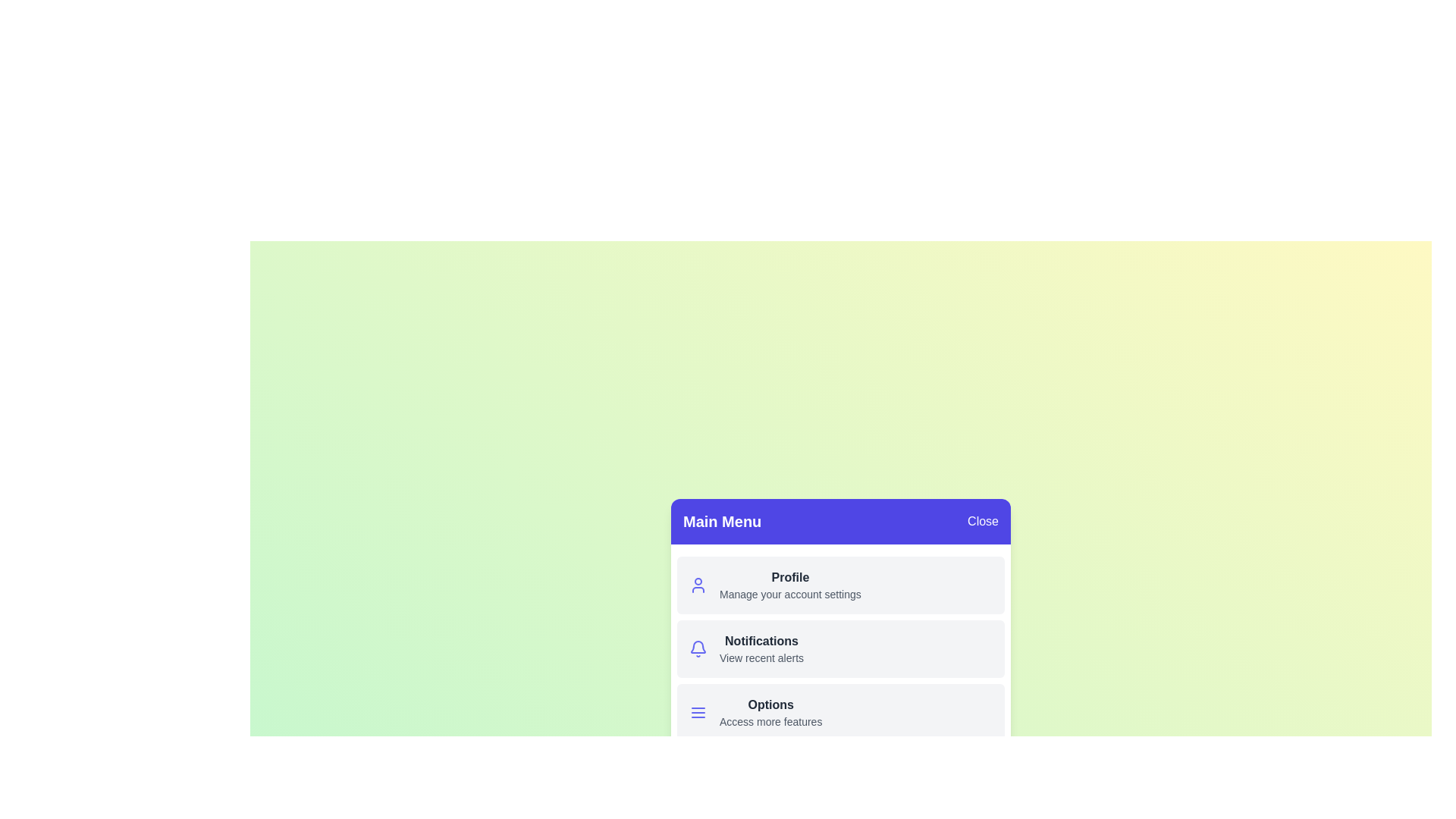 The height and width of the screenshot is (819, 1456). What do you see at coordinates (839, 713) in the screenshot?
I see `the menu item labeled 'Options' to observe its hover effect` at bounding box center [839, 713].